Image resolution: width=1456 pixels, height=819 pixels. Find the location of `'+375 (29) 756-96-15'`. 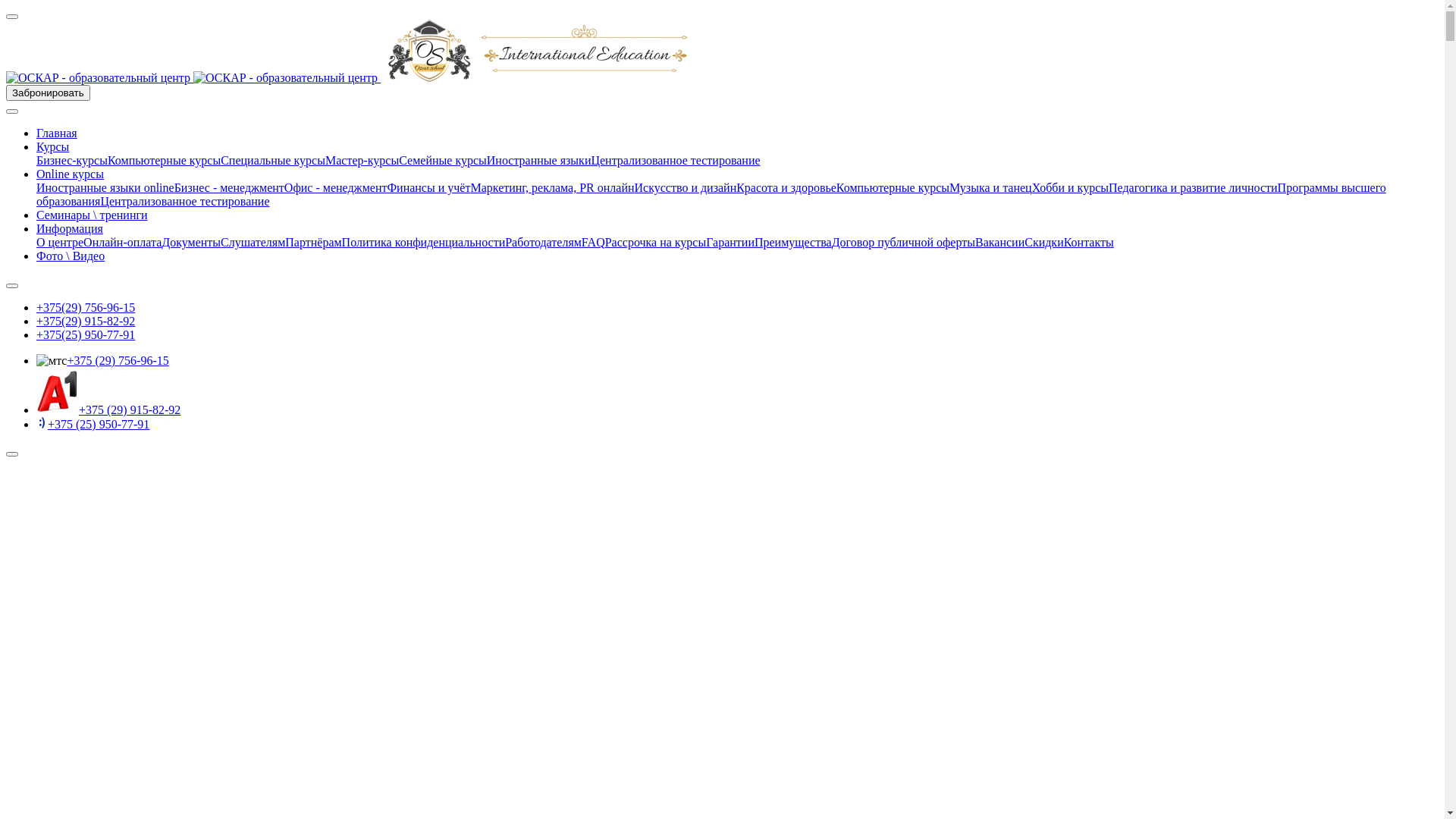

'+375 (29) 756-96-15' is located at coordinates (116, 360).